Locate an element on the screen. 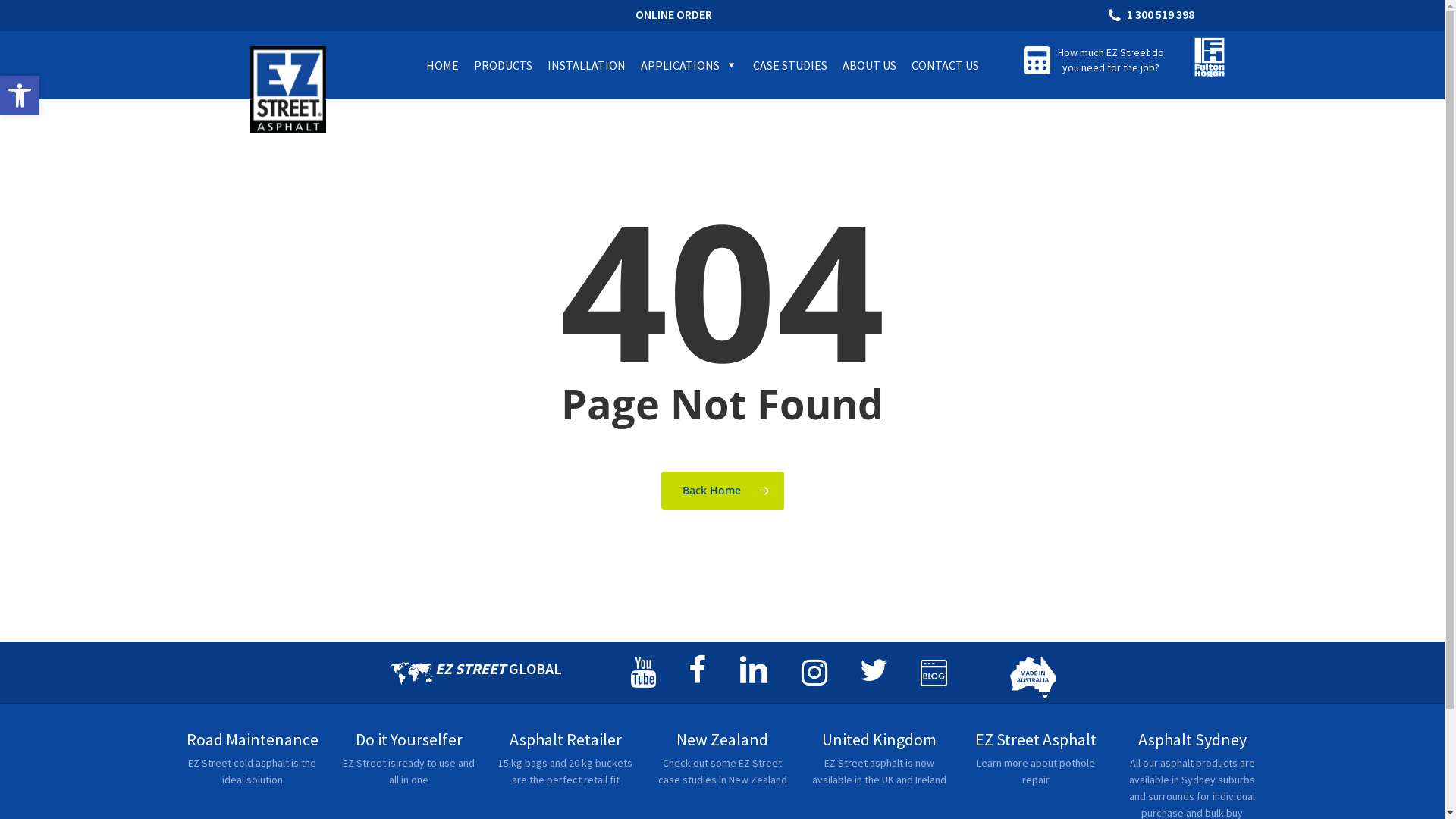  'PRODUCTS' is located at coordinates (503, 64).